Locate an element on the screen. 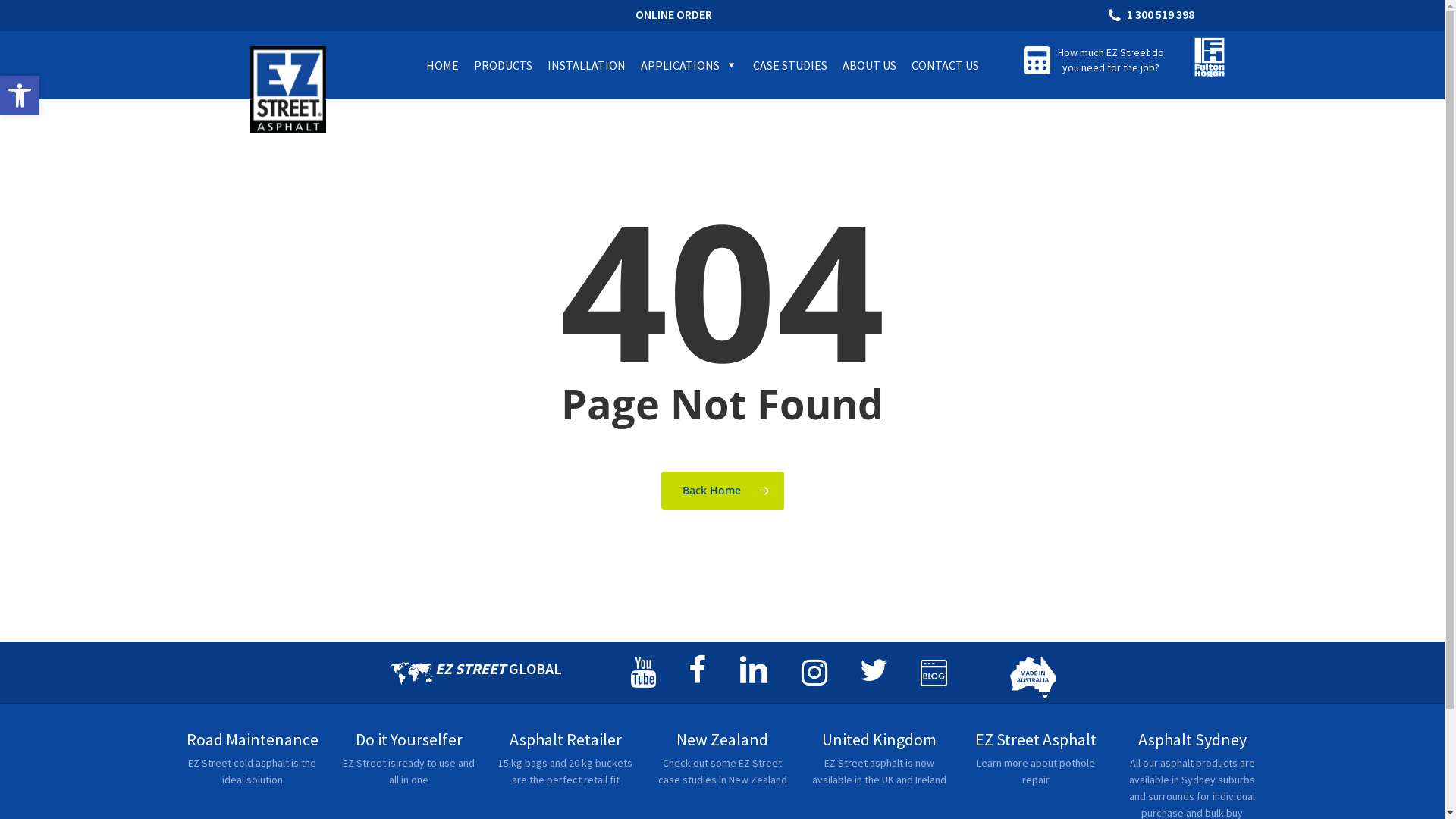  'PRODUCTS' is located at coordinates (503, 64).